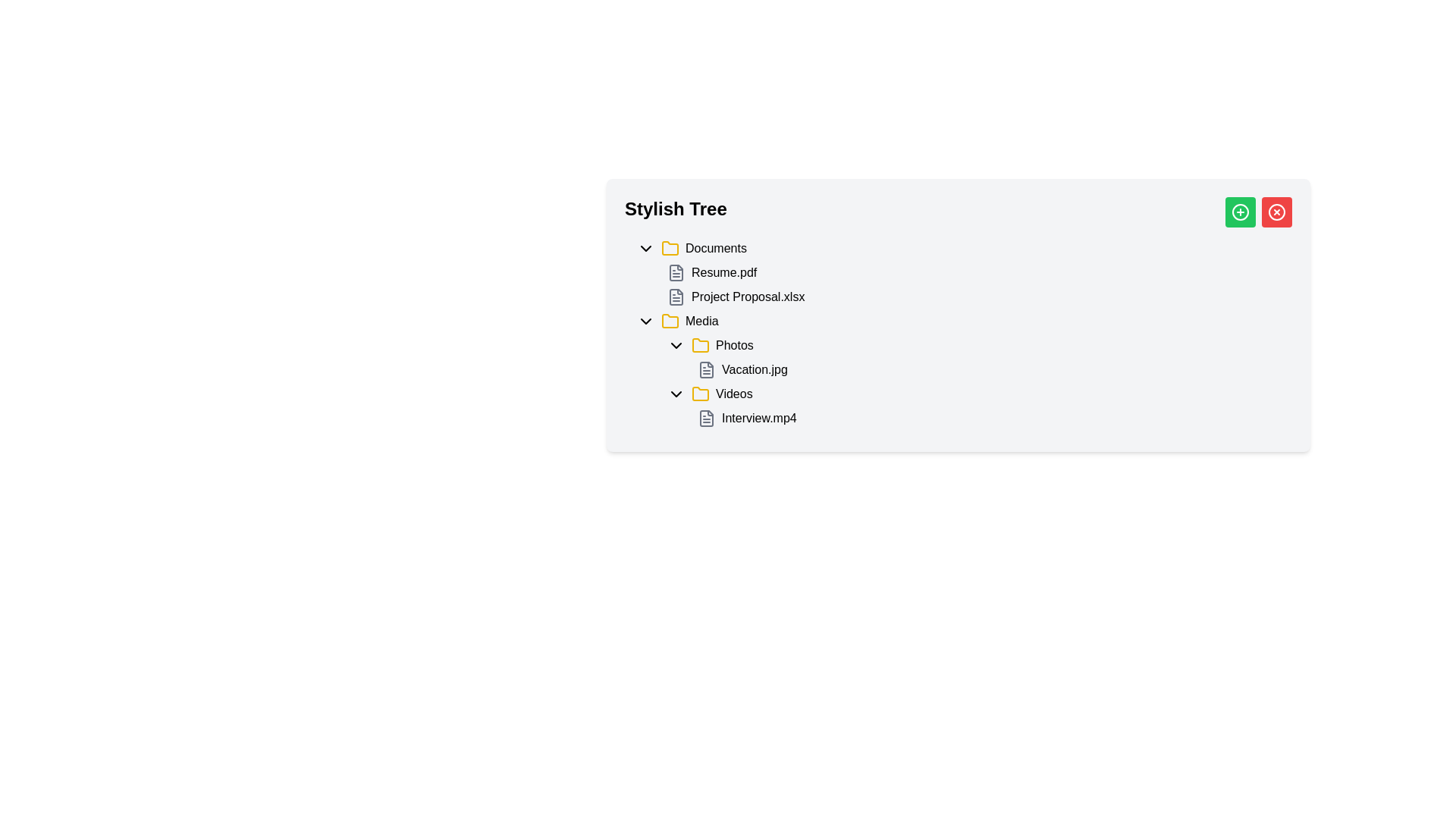 The width and height of the screenshot is (1456, 819). Describe the element at coordinates (700, 394) in the screenshot. I see `the yellow folder icon with rounded edges located next to the 'Videos' label in the 'Media' section` at that location.